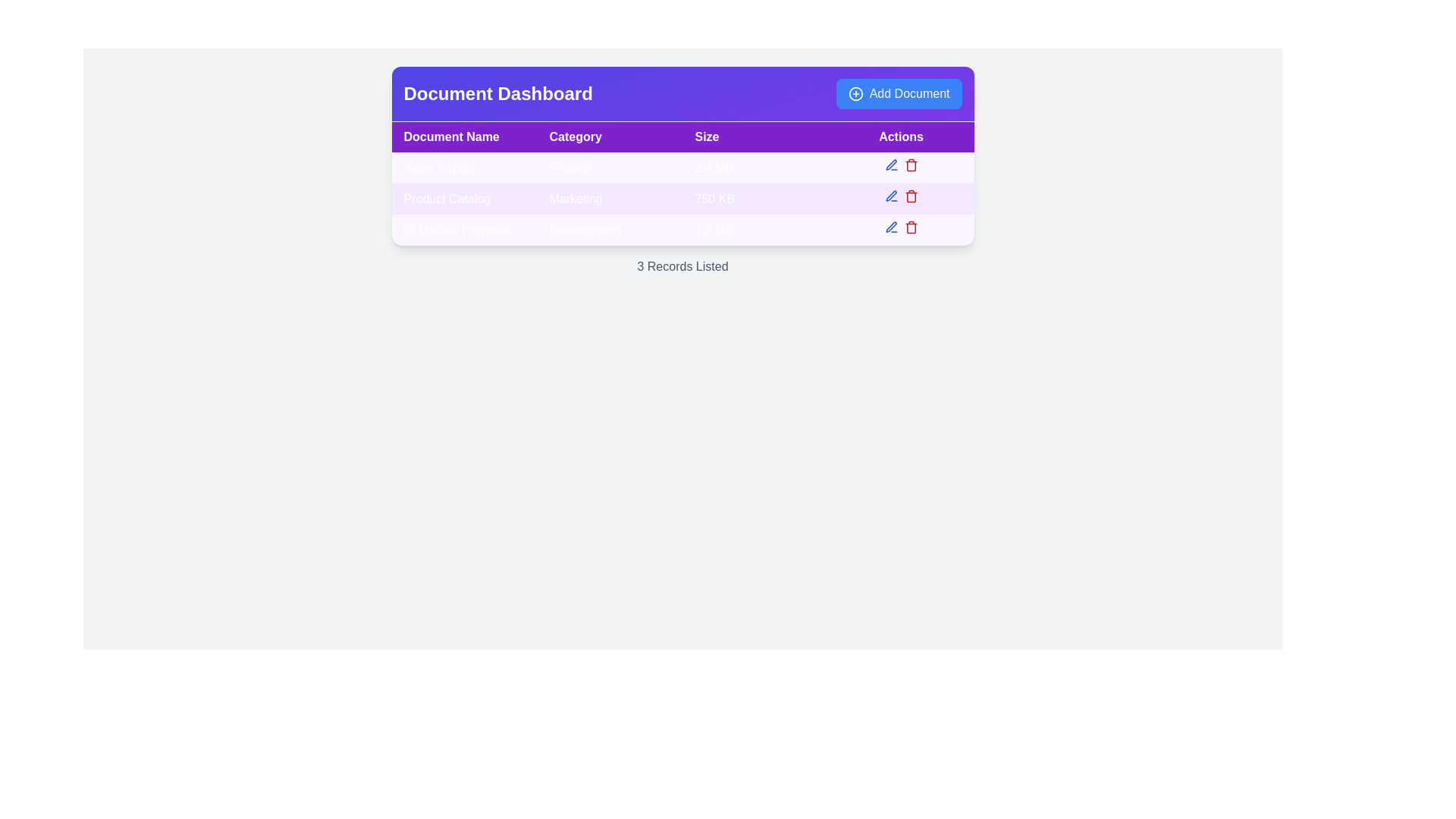 The width and height of the screenshot is (1456, 819). Describe the element at coordinates (899, 93) in the screenshot. I see `the button located at the top right corner of the 'Document Dashboard' section` at that location.